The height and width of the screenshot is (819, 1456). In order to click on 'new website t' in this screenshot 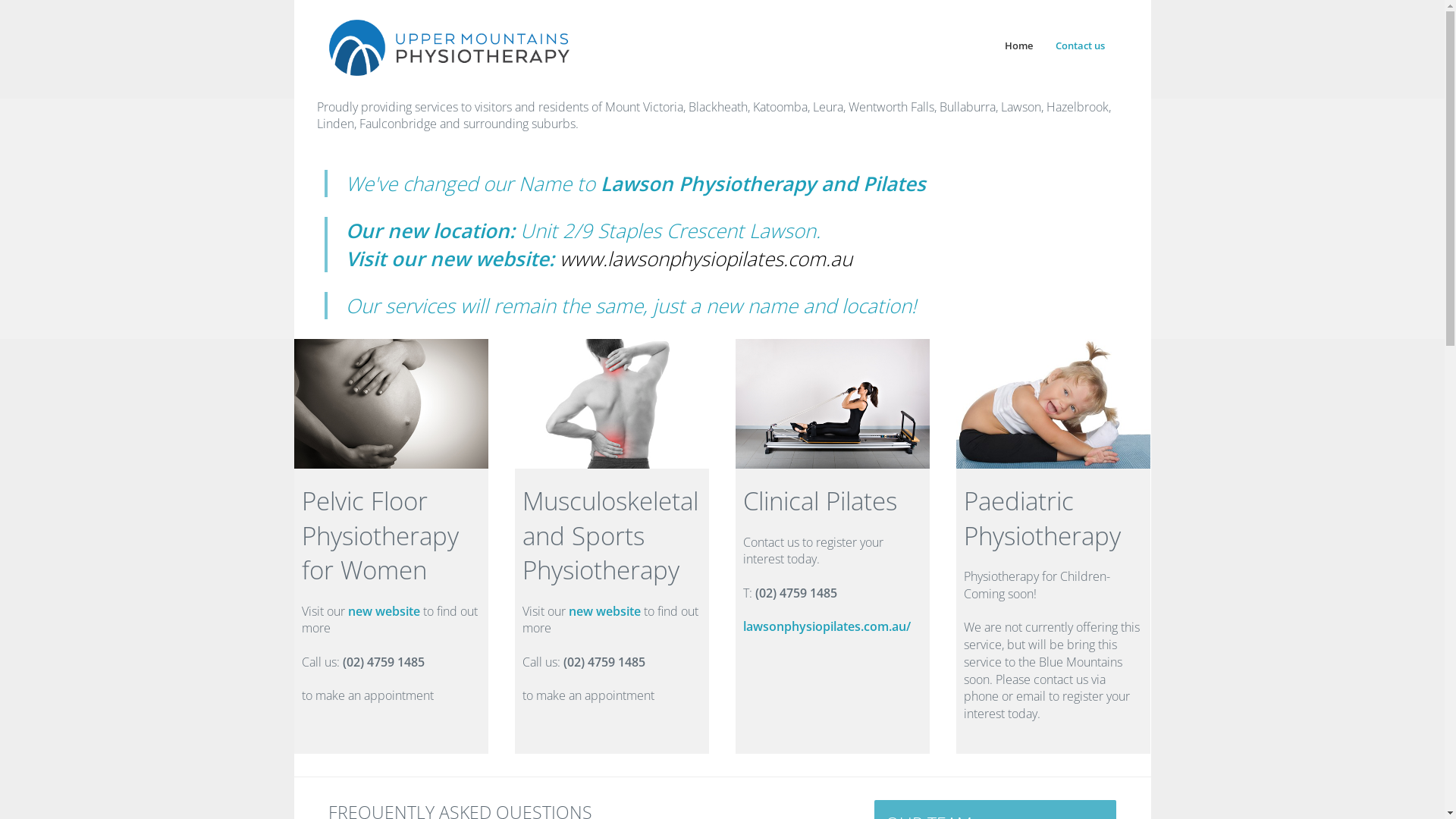, I will do `click(387, 610)`.